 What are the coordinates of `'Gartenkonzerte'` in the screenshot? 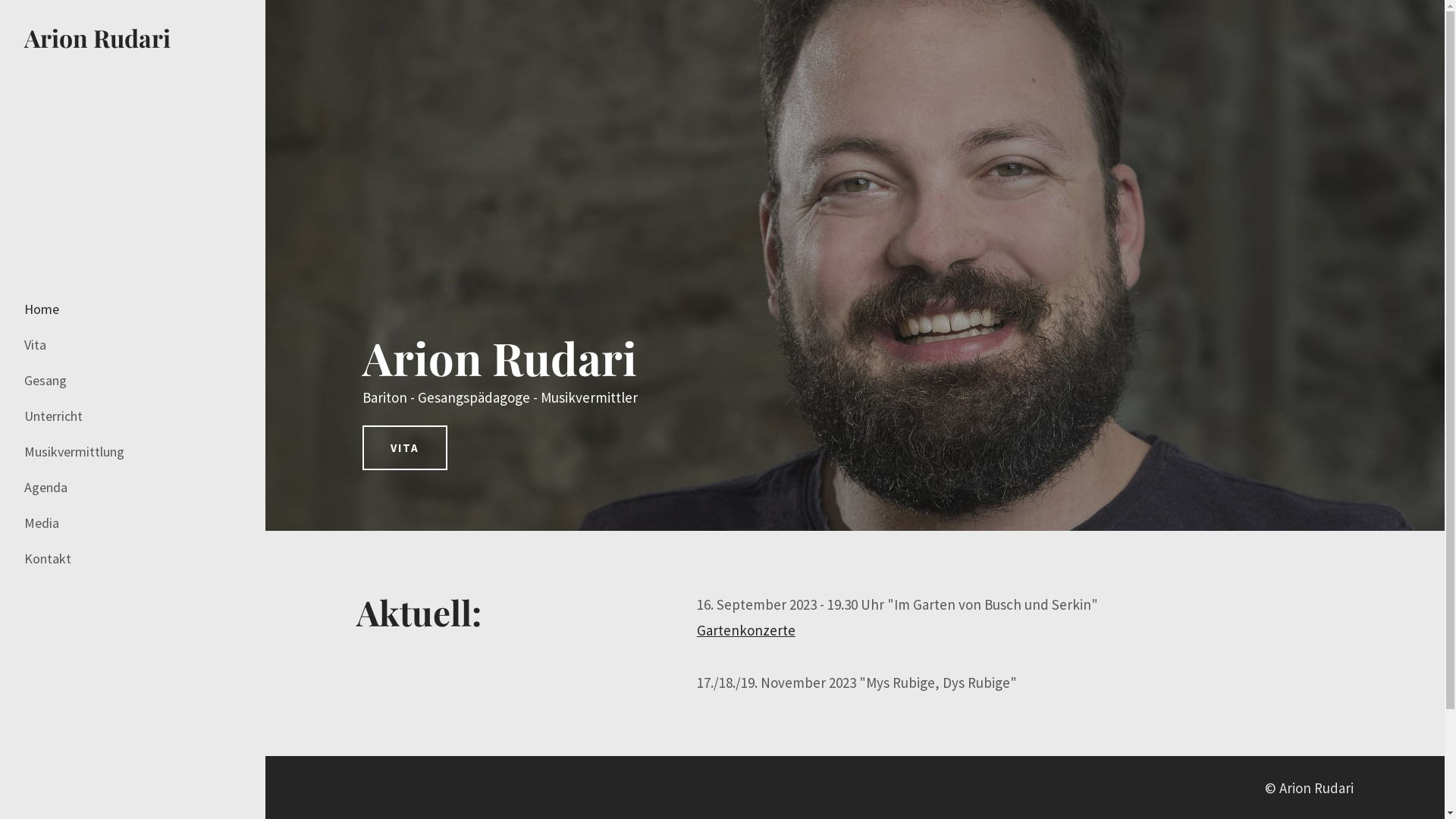 It's located at (745, 629).